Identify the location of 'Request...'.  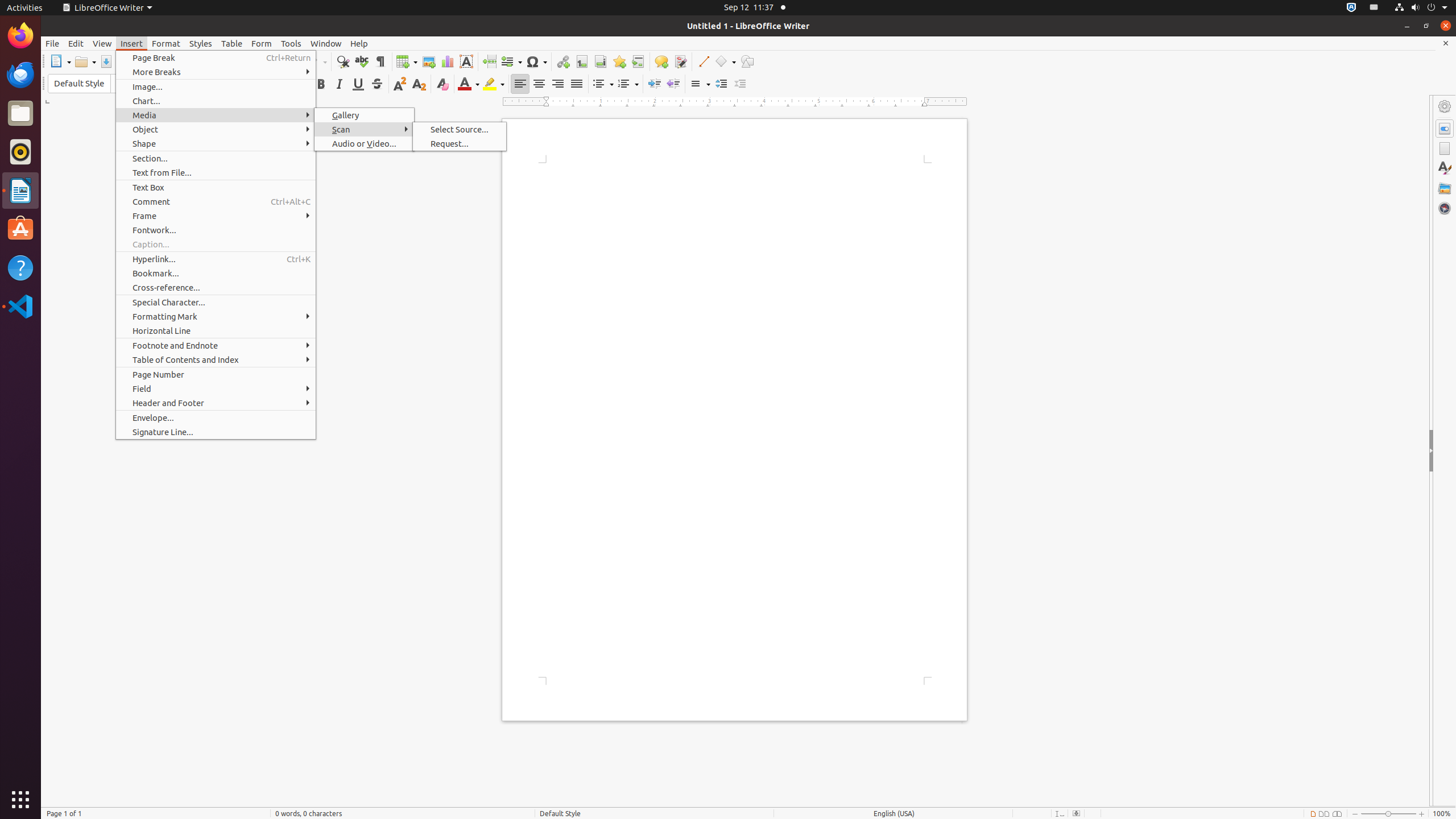
(459, 143).